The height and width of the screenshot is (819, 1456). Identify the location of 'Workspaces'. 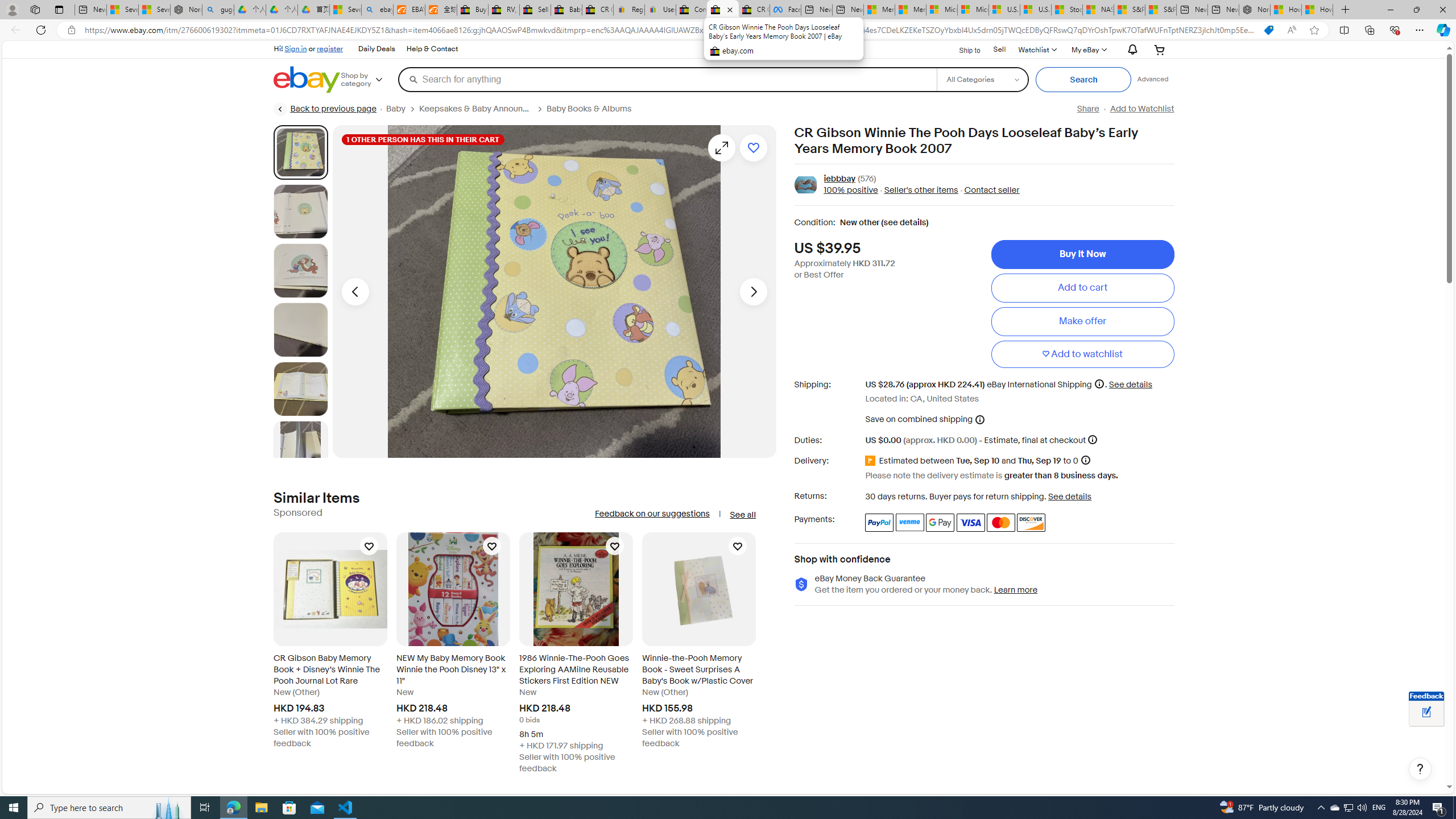
(35, 9).